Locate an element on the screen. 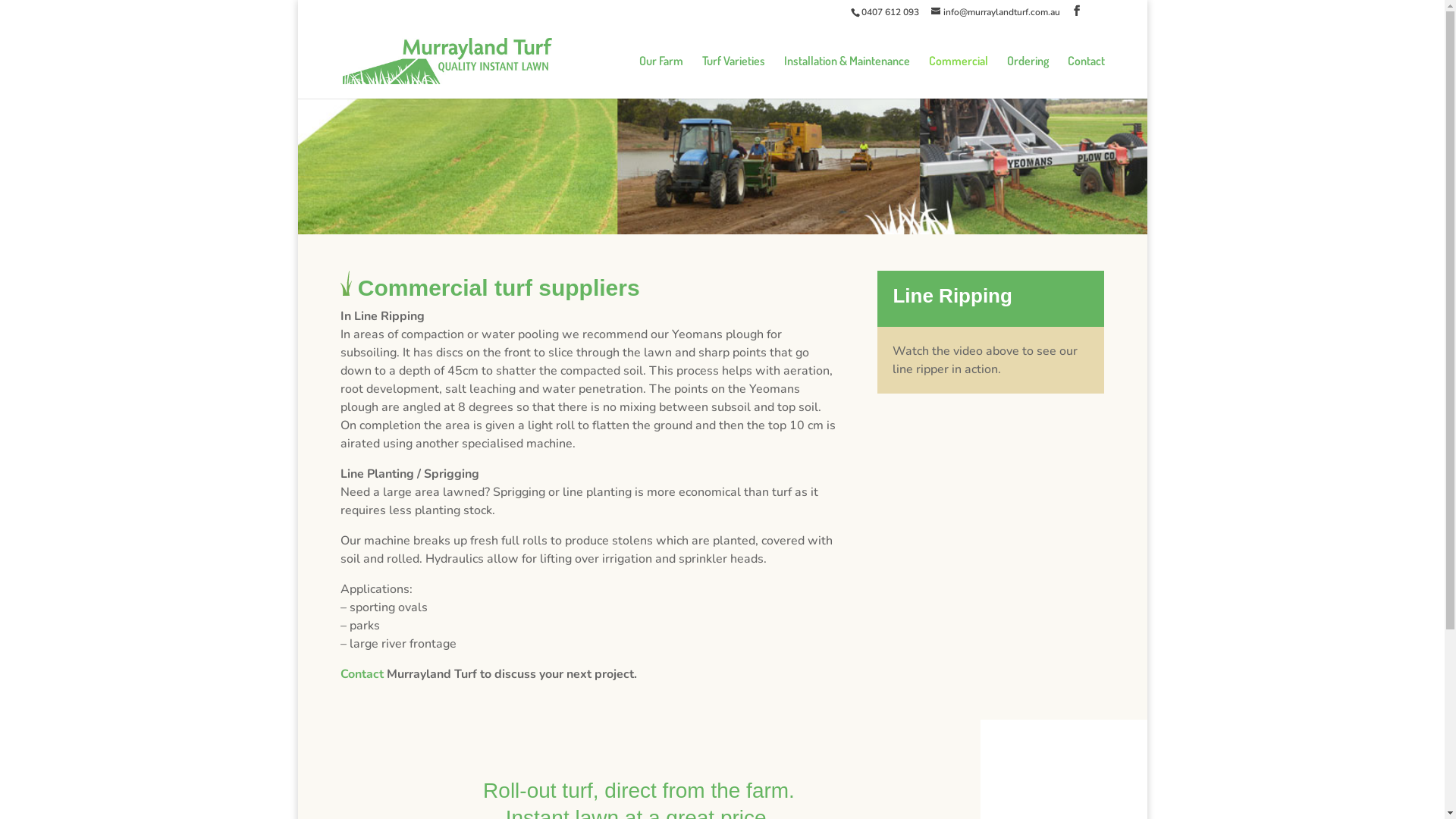  'Commercial' is located at coordinates (927, 77).